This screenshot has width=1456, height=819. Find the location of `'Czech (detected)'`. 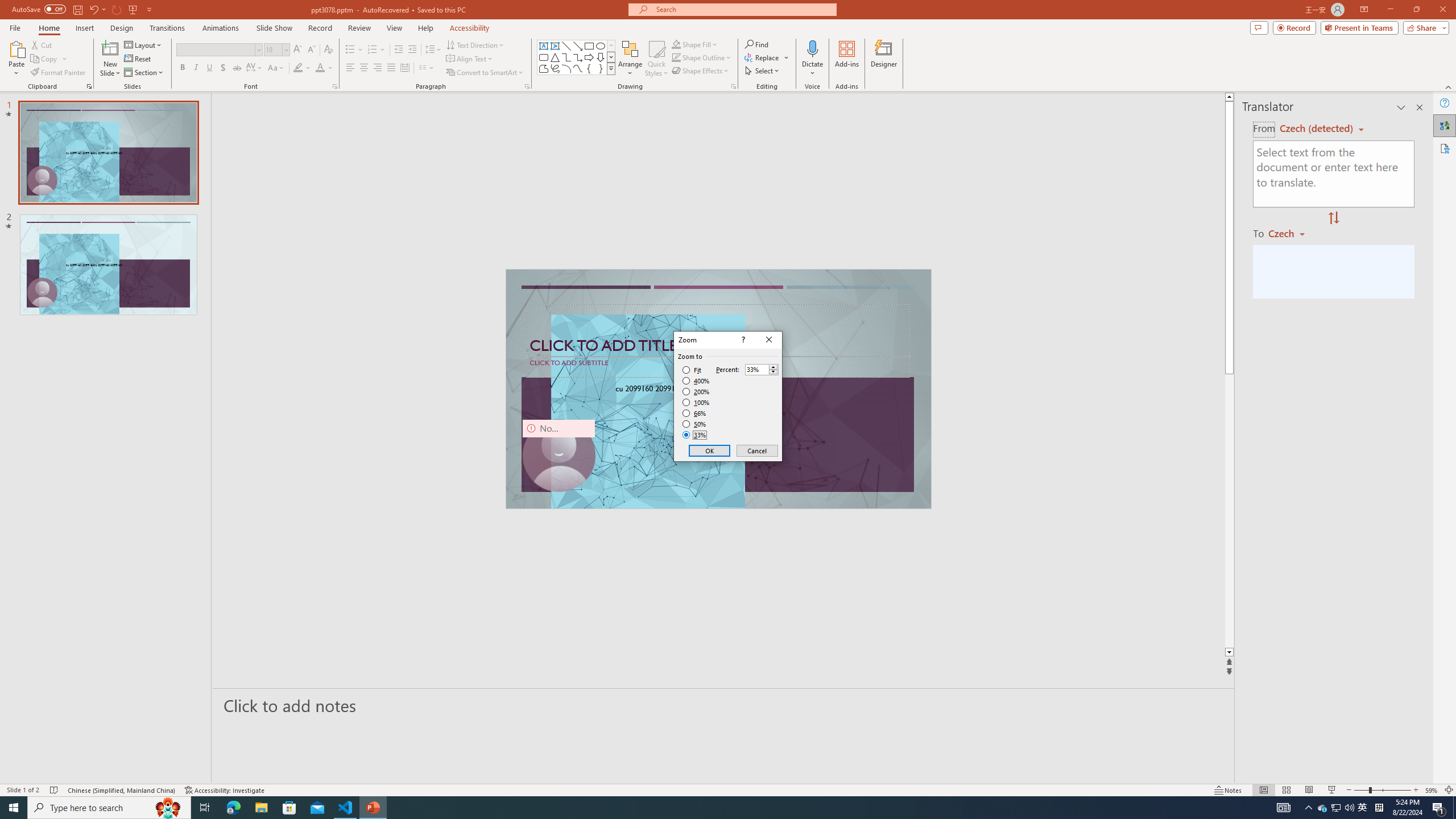

'Czech (detected)' is located at coordinates (1317, 128).